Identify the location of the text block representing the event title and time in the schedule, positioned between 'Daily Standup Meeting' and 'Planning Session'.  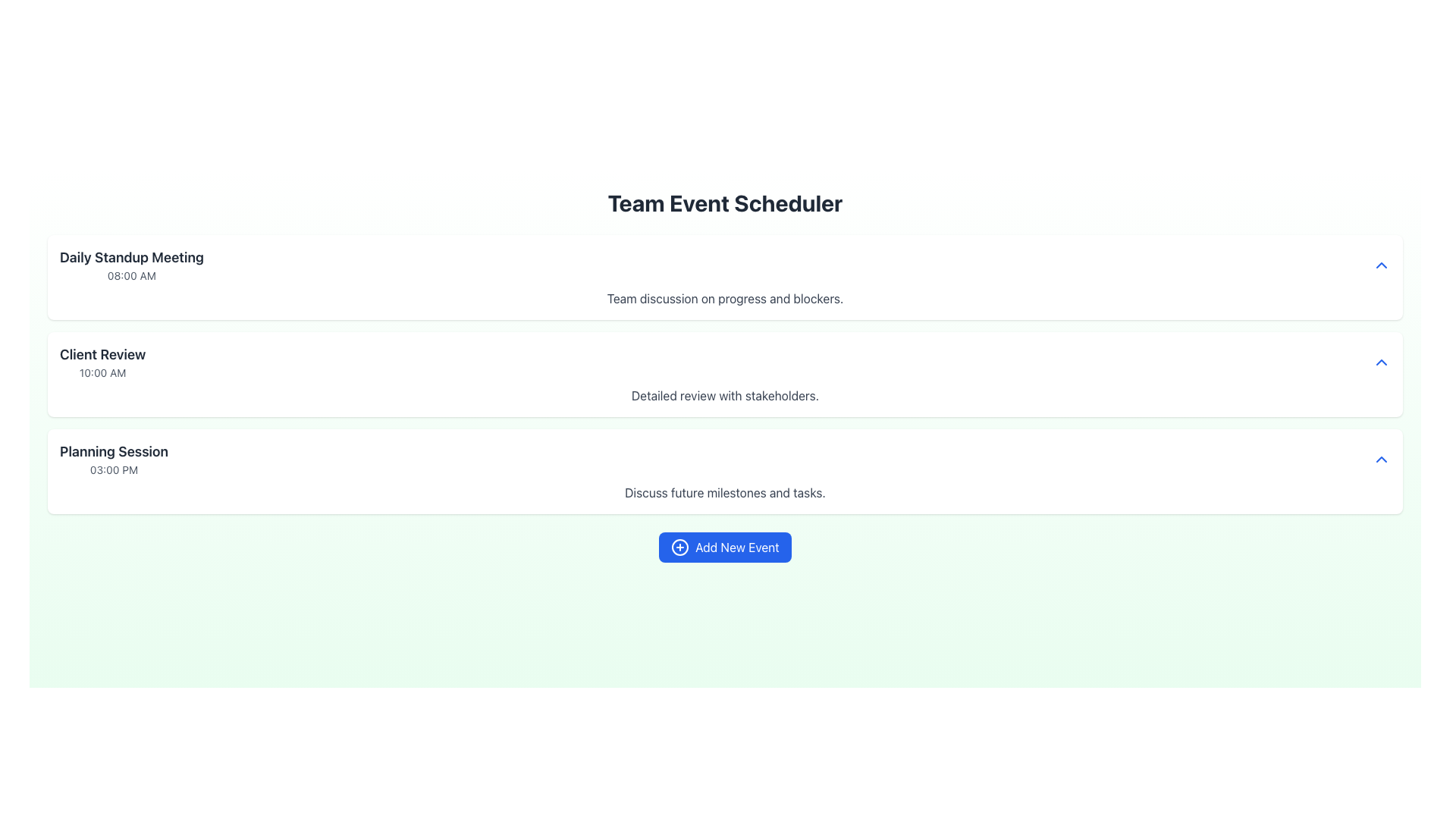
(102, 362).